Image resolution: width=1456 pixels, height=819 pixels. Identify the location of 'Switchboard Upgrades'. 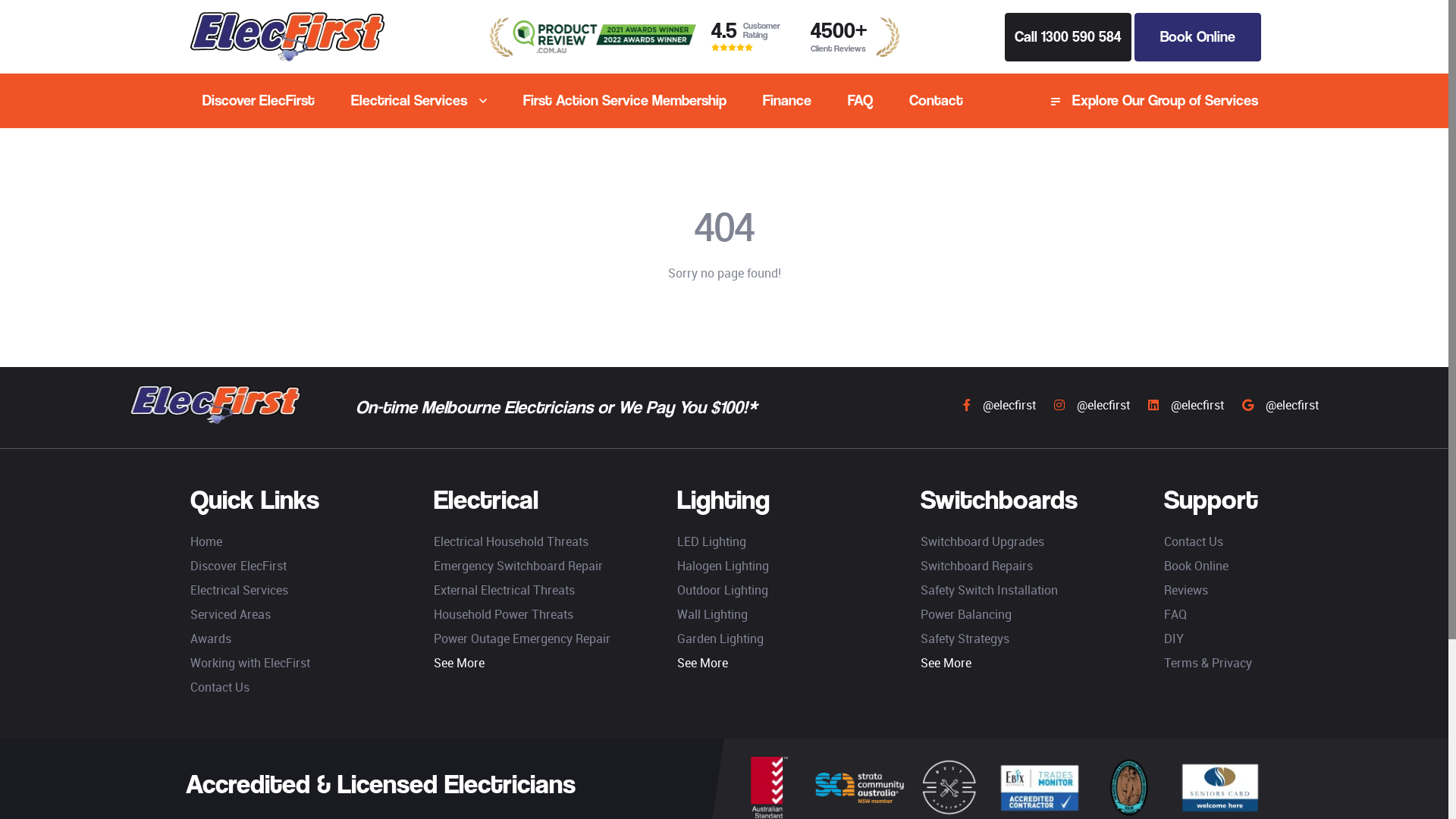
(982, 540).